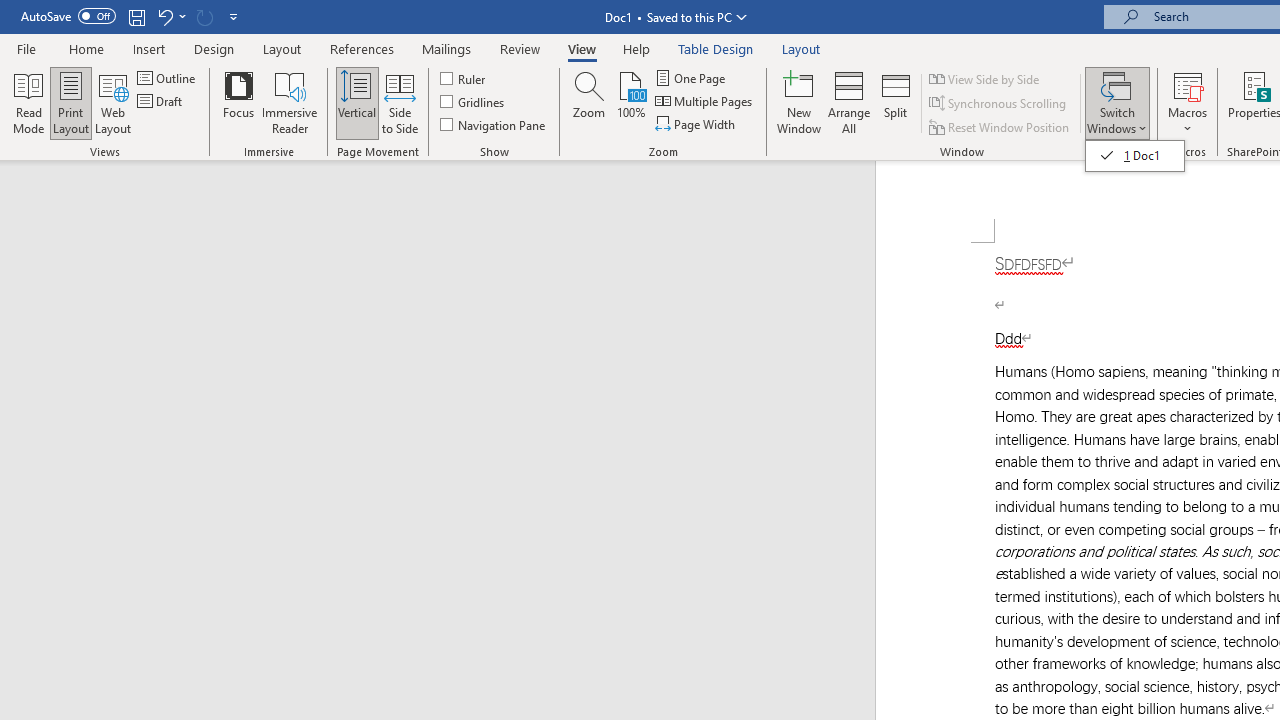  What do you see at coordinates (520, 48) in the screenshot?
I see `'Review'` at bounding box center [520, 48].